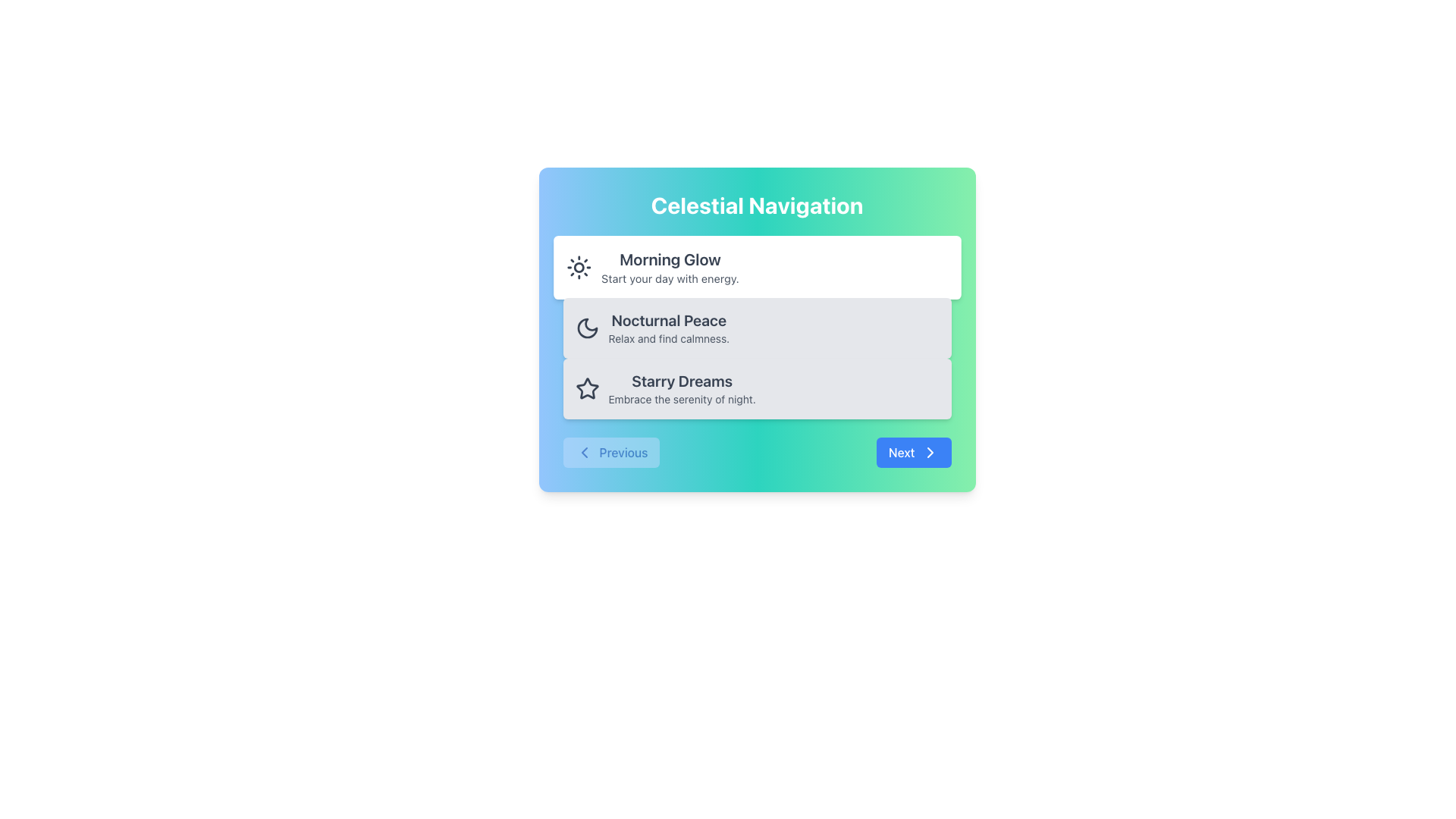 The image size is (1456, 819). Describe the element at coordinates (913, 452) in the screenshot. I see `the navigation button located in the bottom-right corner of the 'Celestial Navigation' panel to enable keyboard navigation` at that location.